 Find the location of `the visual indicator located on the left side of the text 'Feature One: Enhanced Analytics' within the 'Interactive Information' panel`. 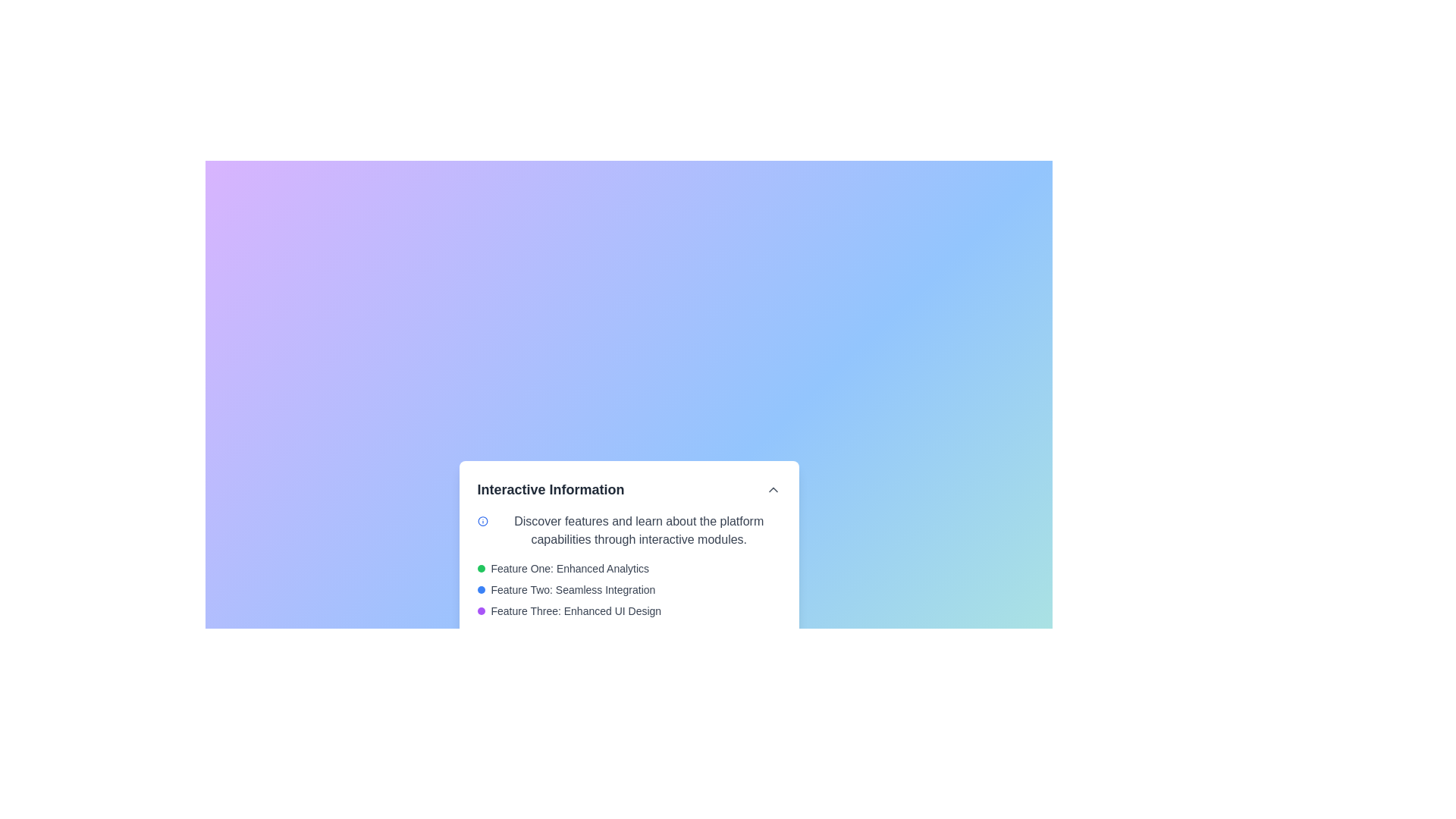

the visual indicator located on the left side of the text 'Feature One: Enhanced Analytics' within the 'Interactive Information' panel is located at coordinates (480, 568).